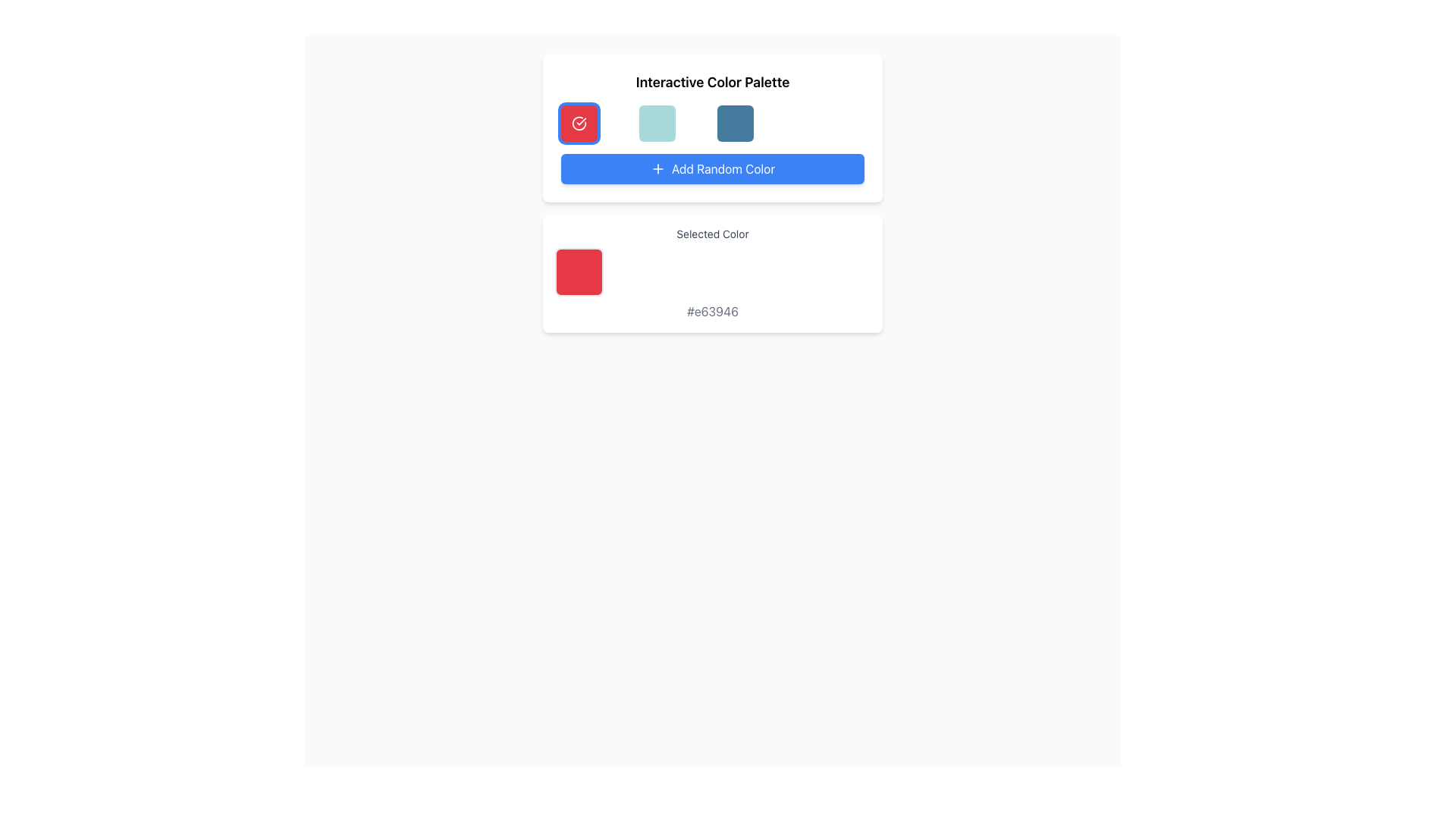 This screenshot has width=1456, height=819. What do you see at coordinates (712, 311) in the screenshot?
I see `the Text Label that displays the hex color code located at the bottom of the 'Selected Color' panel` at bounding box center [712, 311].